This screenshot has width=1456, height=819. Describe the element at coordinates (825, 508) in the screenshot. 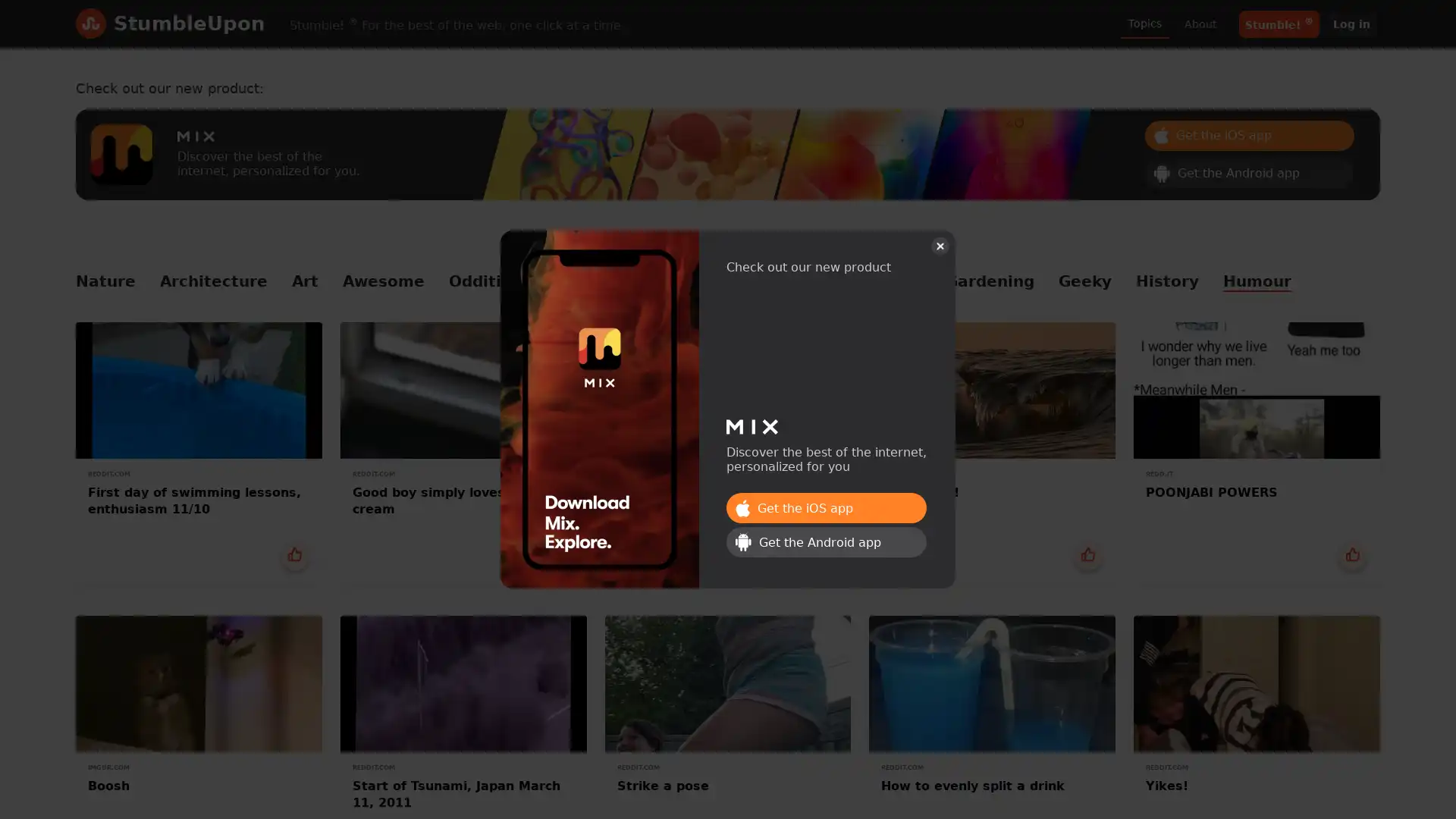

I see `Header Image 1 Get the iOS app` at that location.